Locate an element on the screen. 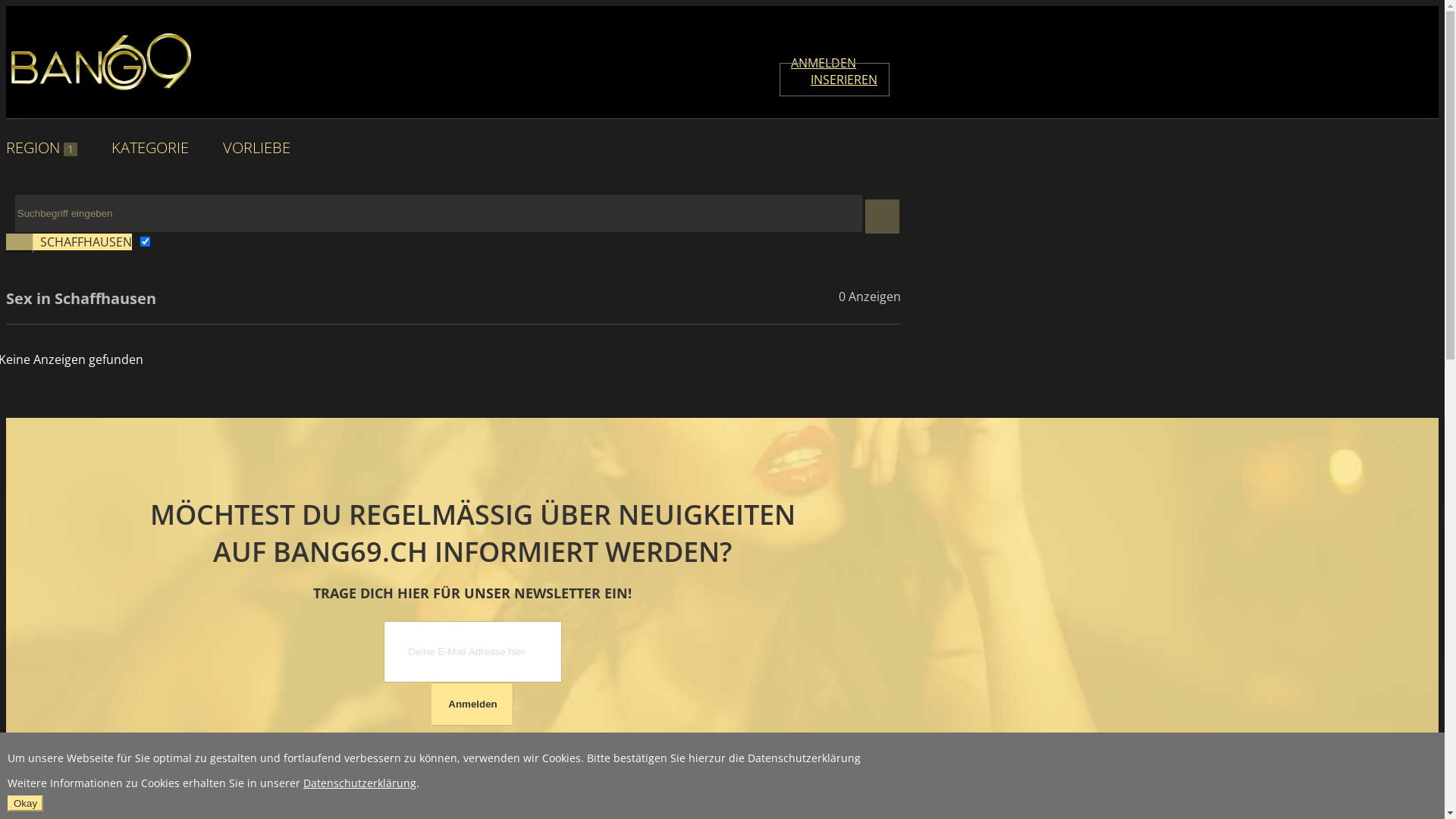  'Okay' is located at coordinates (25, 802).